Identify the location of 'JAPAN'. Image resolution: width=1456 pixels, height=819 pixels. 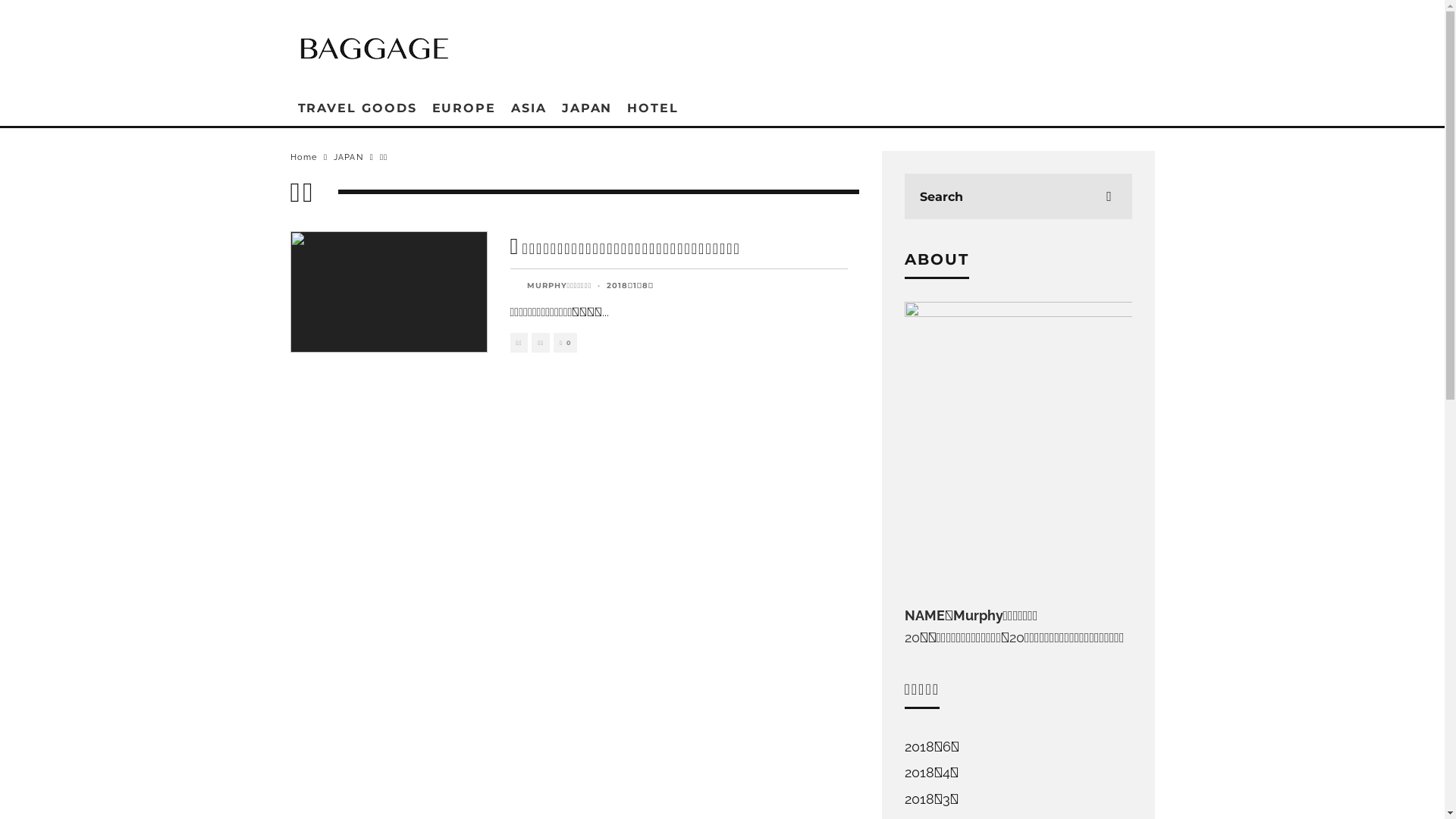
(586, 107).